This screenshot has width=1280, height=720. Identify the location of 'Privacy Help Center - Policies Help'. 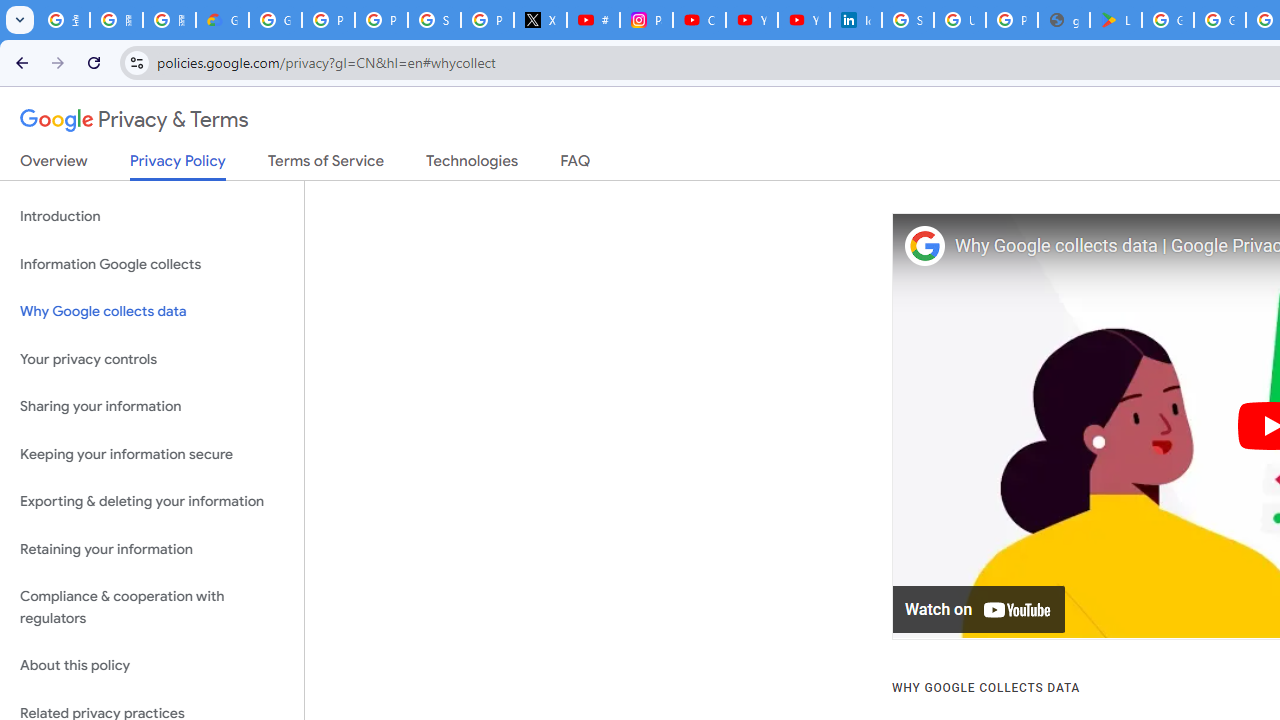
(381, 20).